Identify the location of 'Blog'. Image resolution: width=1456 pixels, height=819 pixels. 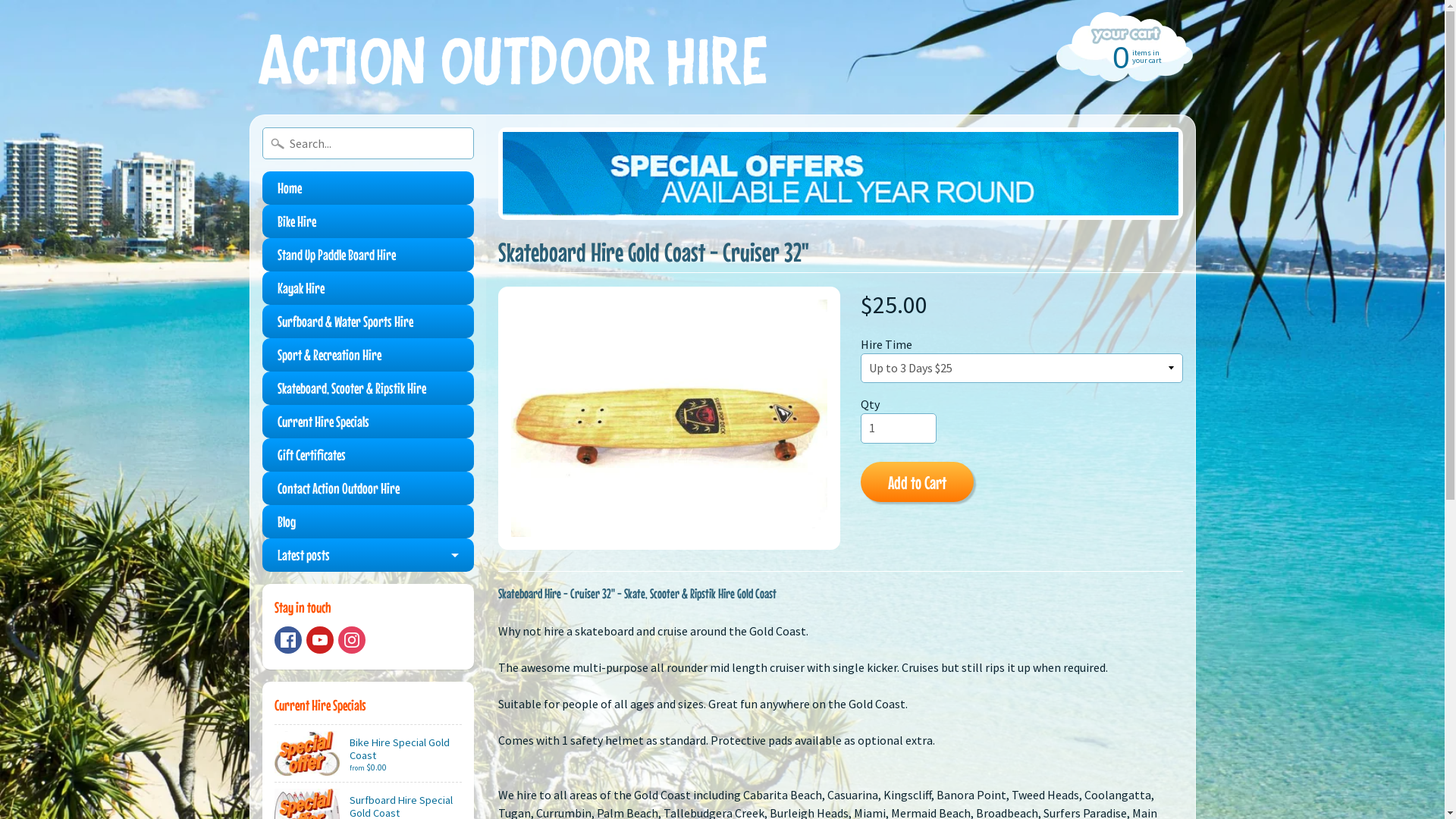
(368, 520).